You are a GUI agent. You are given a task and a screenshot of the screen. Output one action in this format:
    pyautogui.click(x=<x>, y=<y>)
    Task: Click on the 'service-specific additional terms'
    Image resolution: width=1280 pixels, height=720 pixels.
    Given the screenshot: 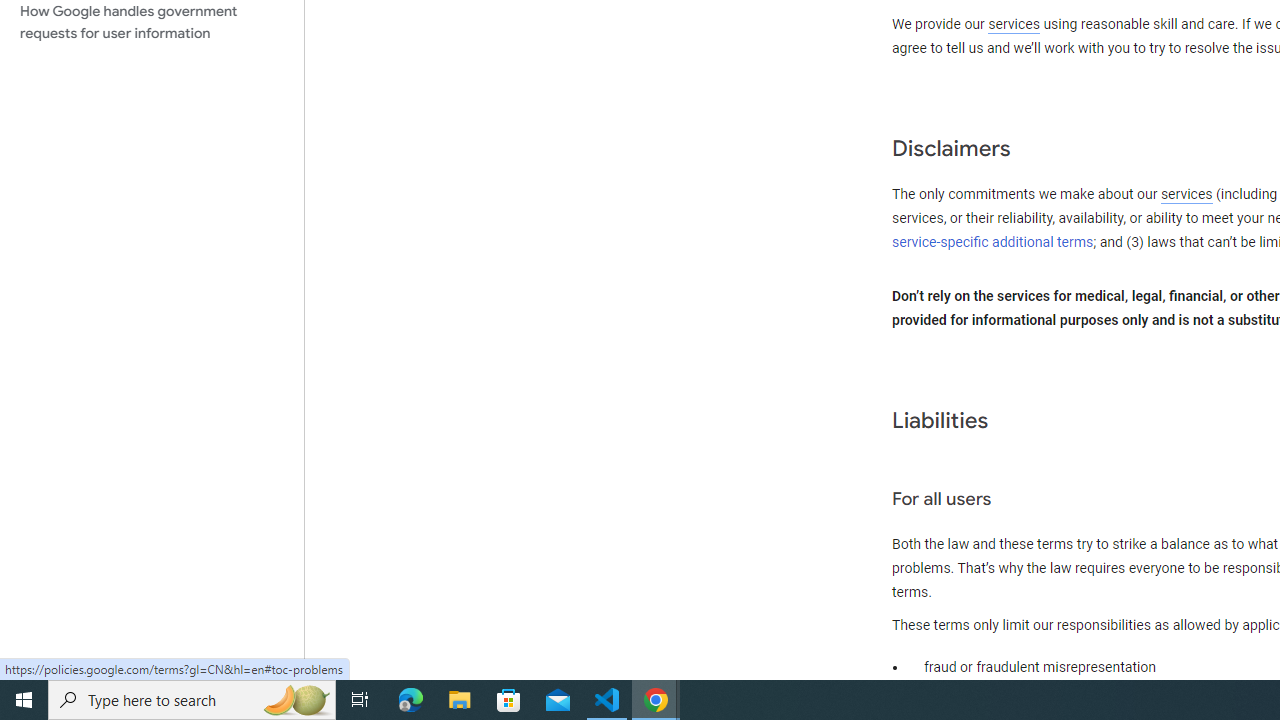 What is the action you would take?
    pyautogui.click(x=993, y=241)
    